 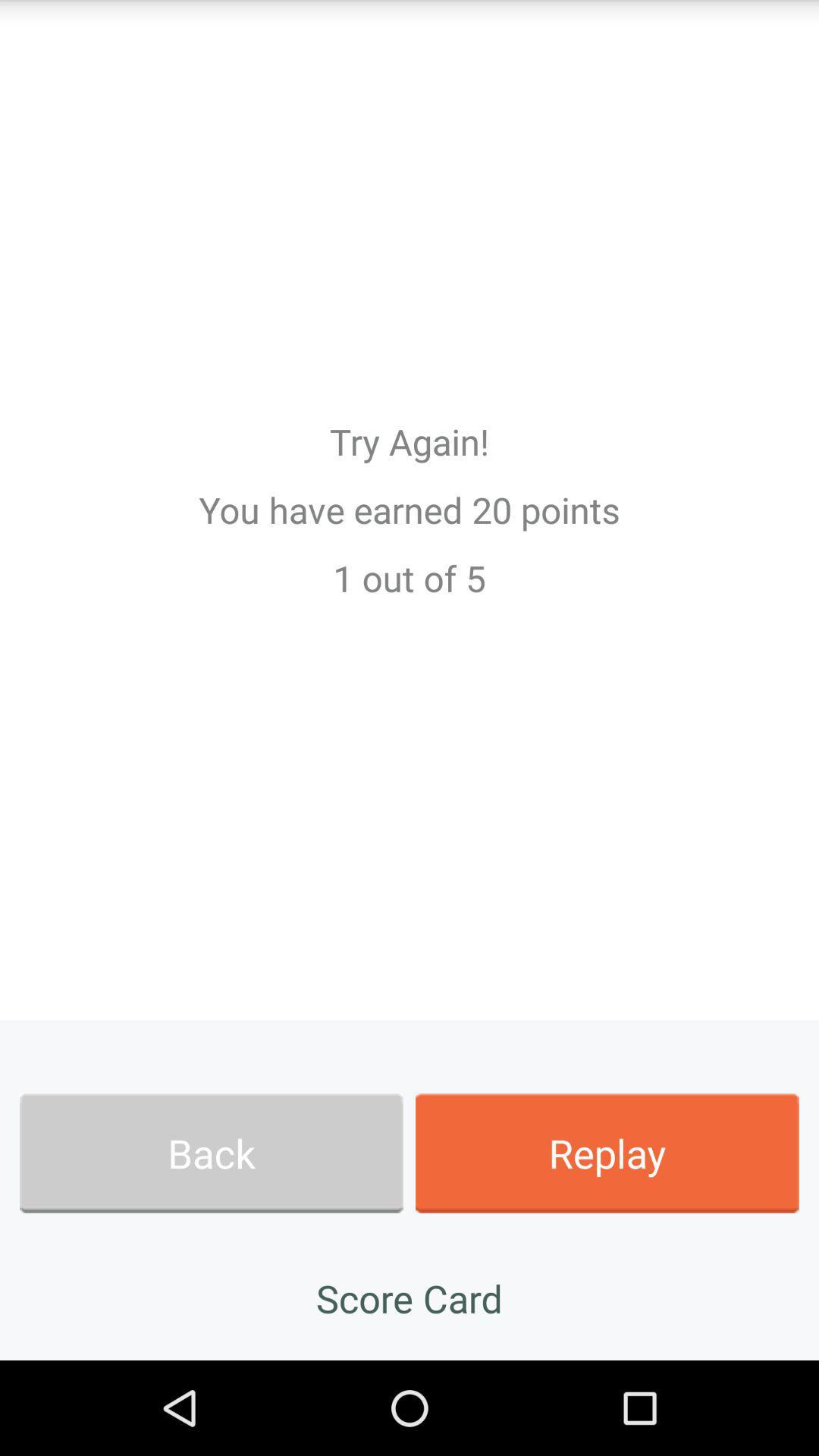 I want to click on the icon next to back app, so click(x=607, y=1153).